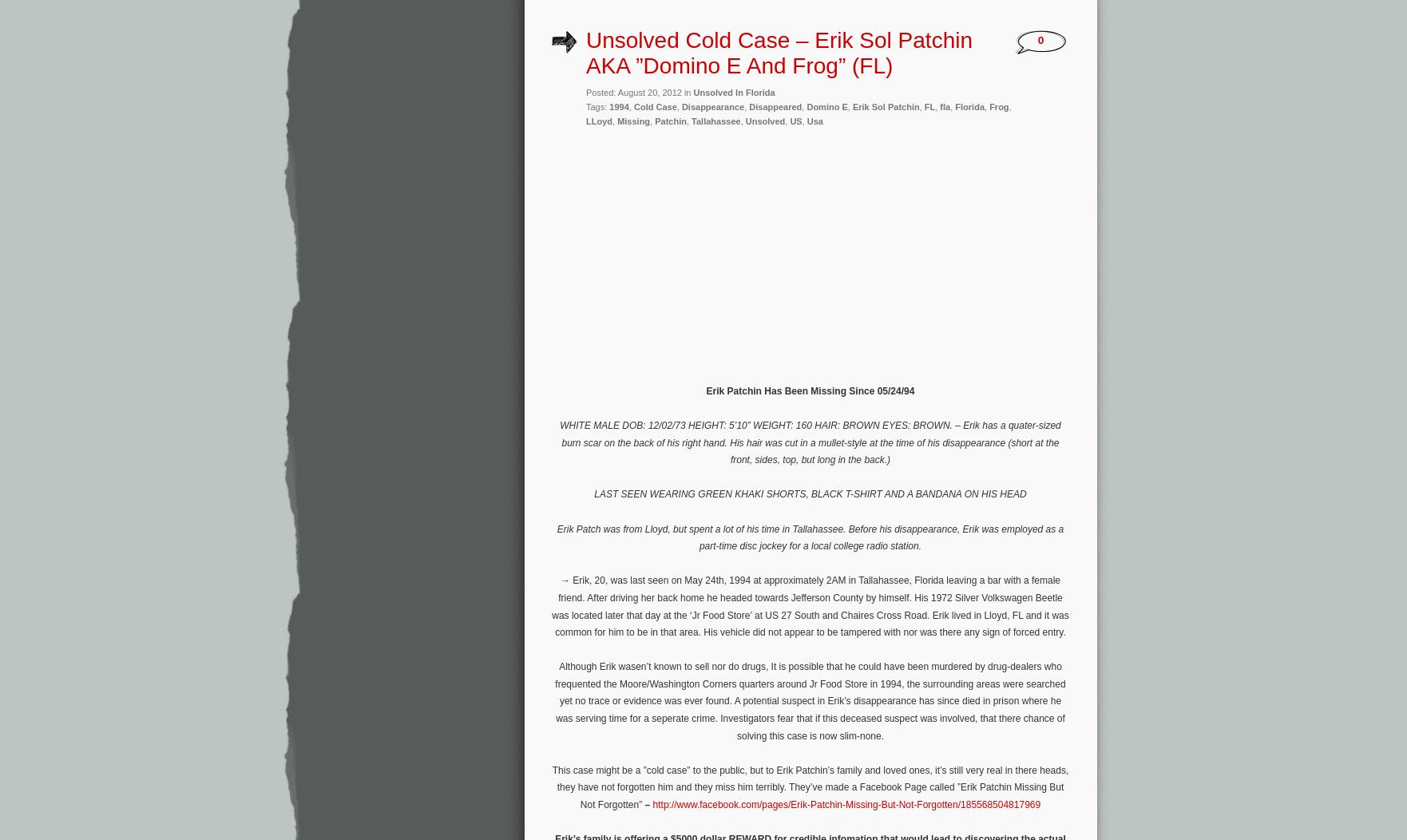 The image size is (1407, 840). I want to click on 'Disappeared', so click(775, 106).